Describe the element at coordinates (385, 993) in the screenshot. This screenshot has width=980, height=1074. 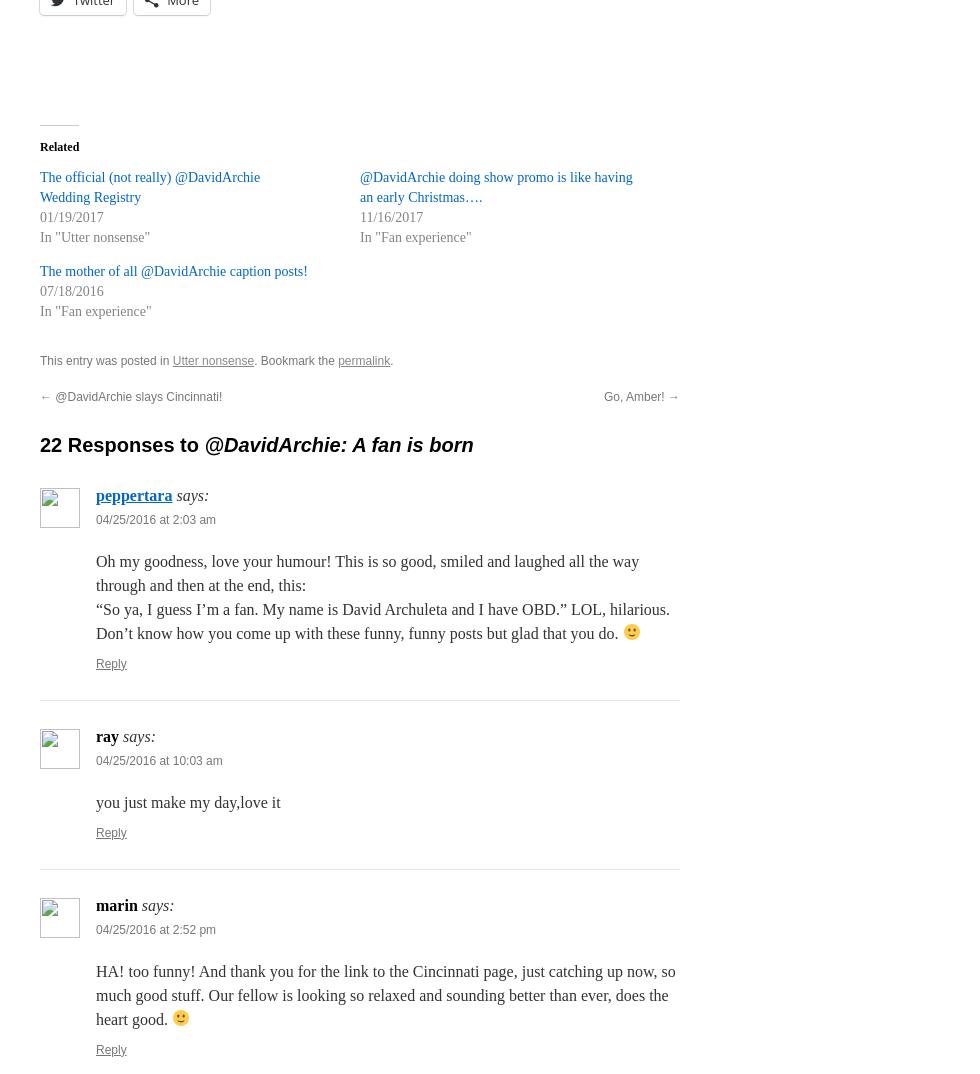
I see `'HA! too funny! And thank you for the link to the Cincinnati page, just catching up now, so much good stuff. Our fellow is looking so relaxed and sounding better than ever, does the heart good.'` at that location.